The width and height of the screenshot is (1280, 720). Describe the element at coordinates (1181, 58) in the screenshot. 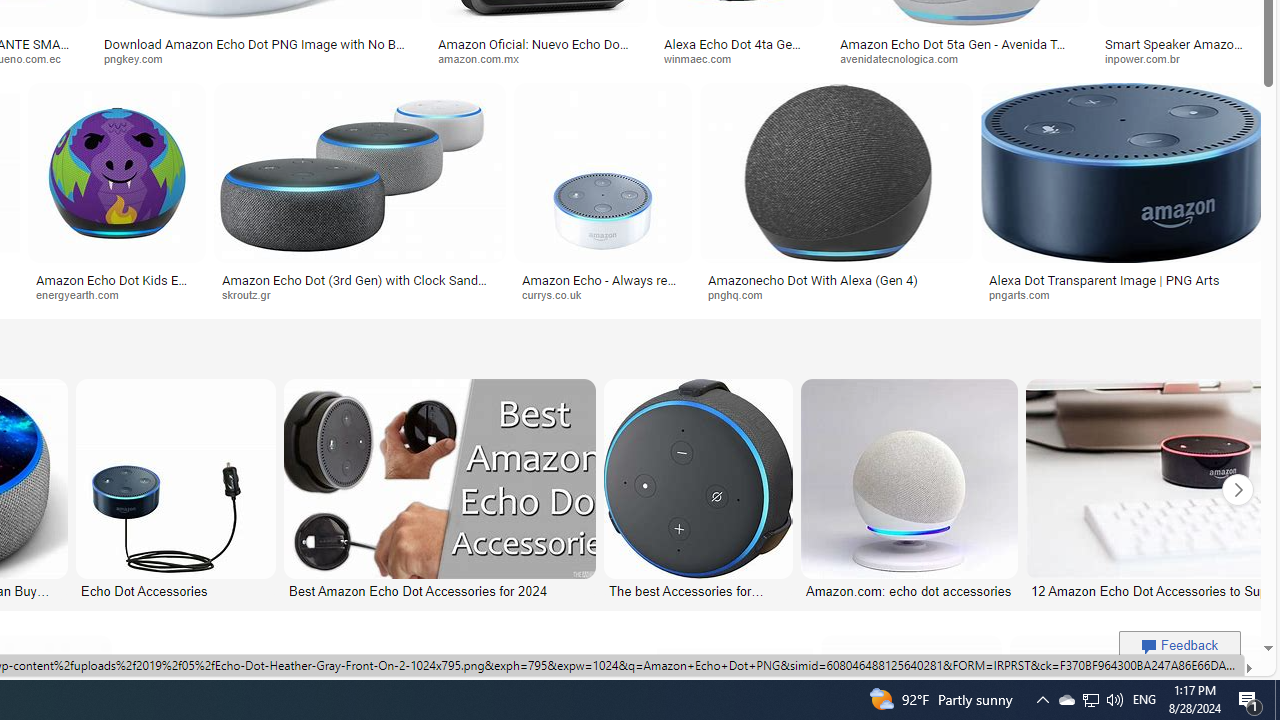

I see `'inpower.com.br'` at that location.